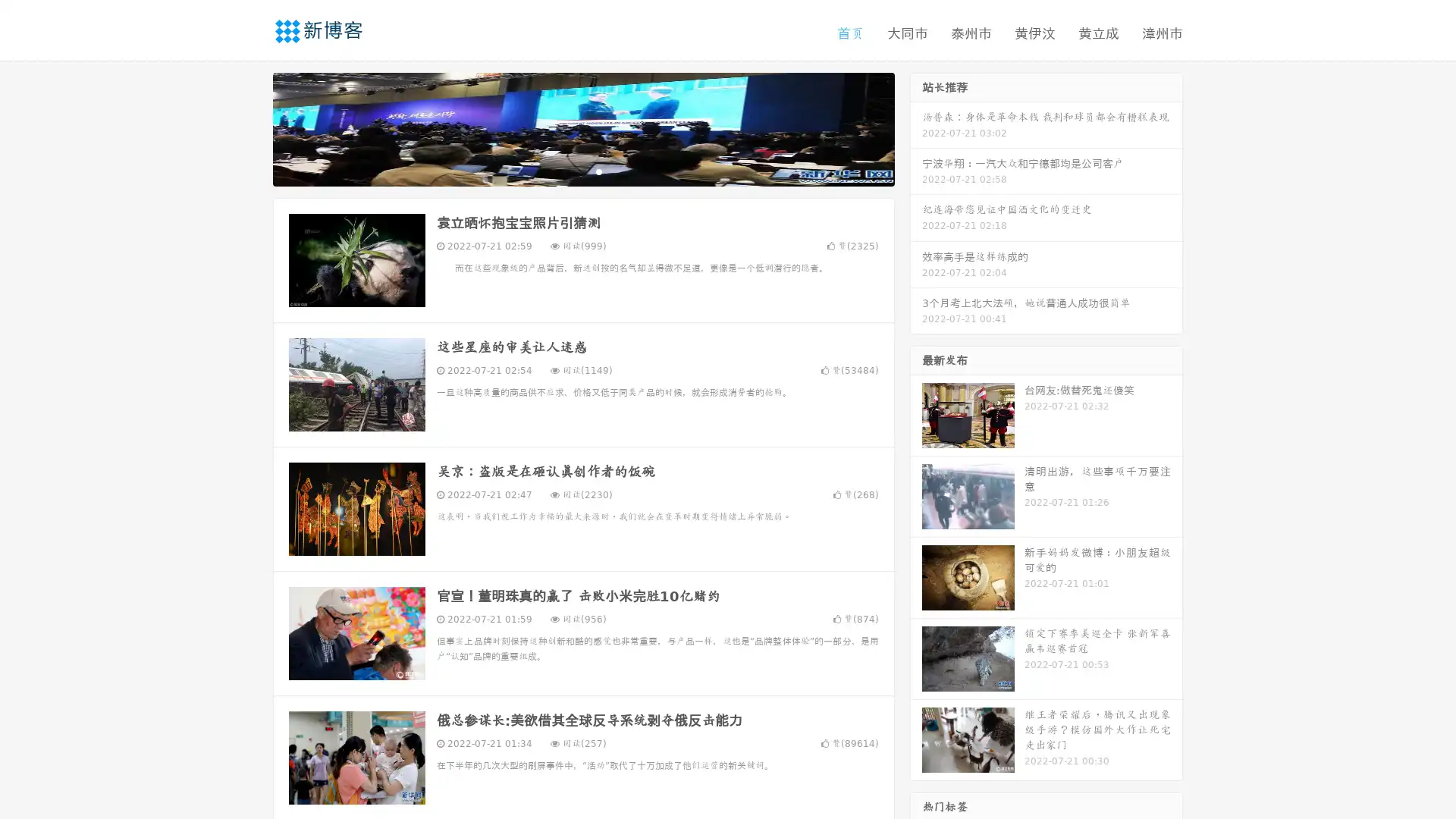  I want to click on Go to slide 3, so click(598, 171).